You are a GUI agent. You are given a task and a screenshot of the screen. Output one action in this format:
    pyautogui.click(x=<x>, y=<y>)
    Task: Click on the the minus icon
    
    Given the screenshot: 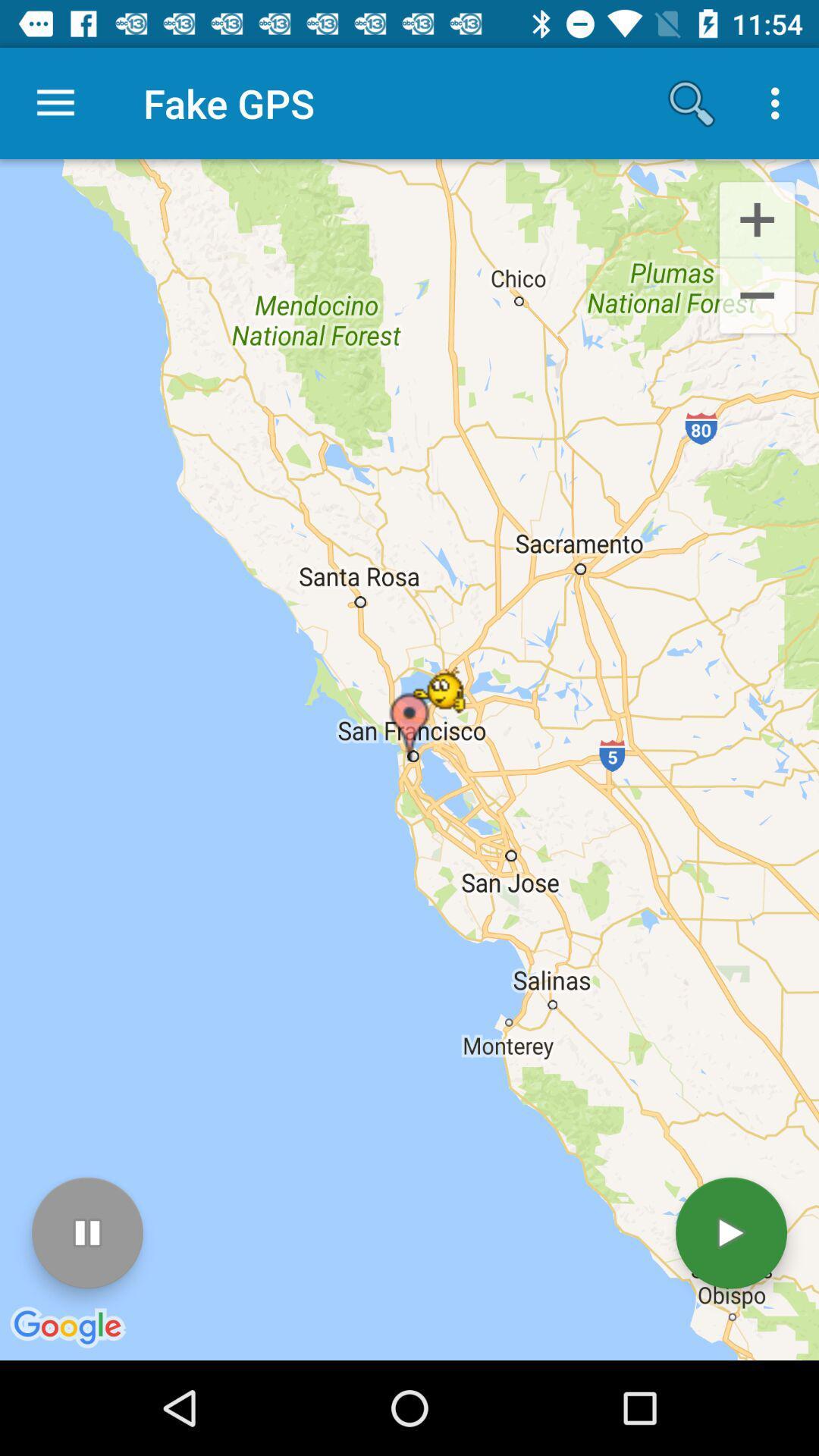 What is the action you would take?
    pyautogui.click(x=757, y=298)
    